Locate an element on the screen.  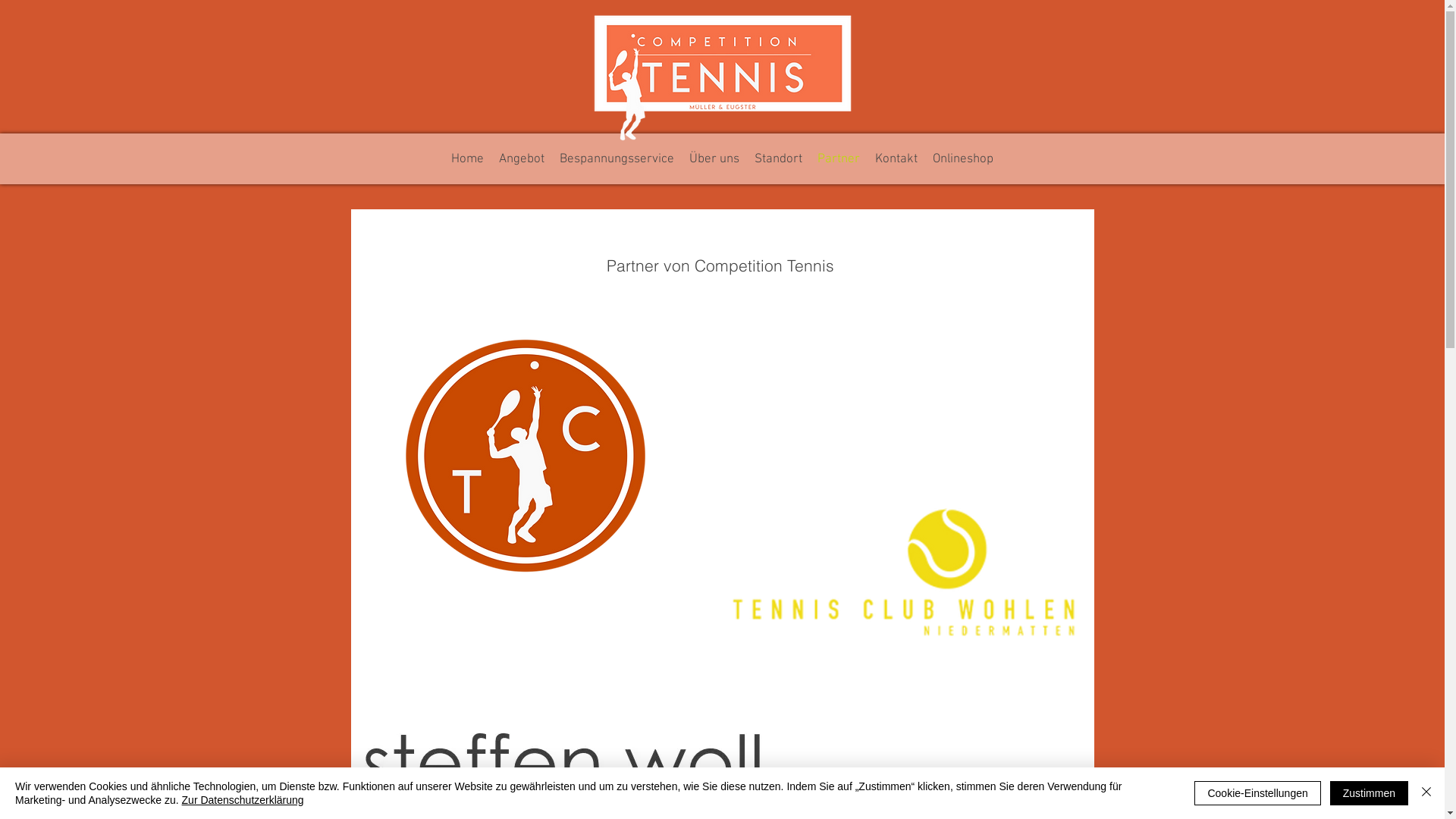
'Kontakt' is located at coordinates (896, 158).